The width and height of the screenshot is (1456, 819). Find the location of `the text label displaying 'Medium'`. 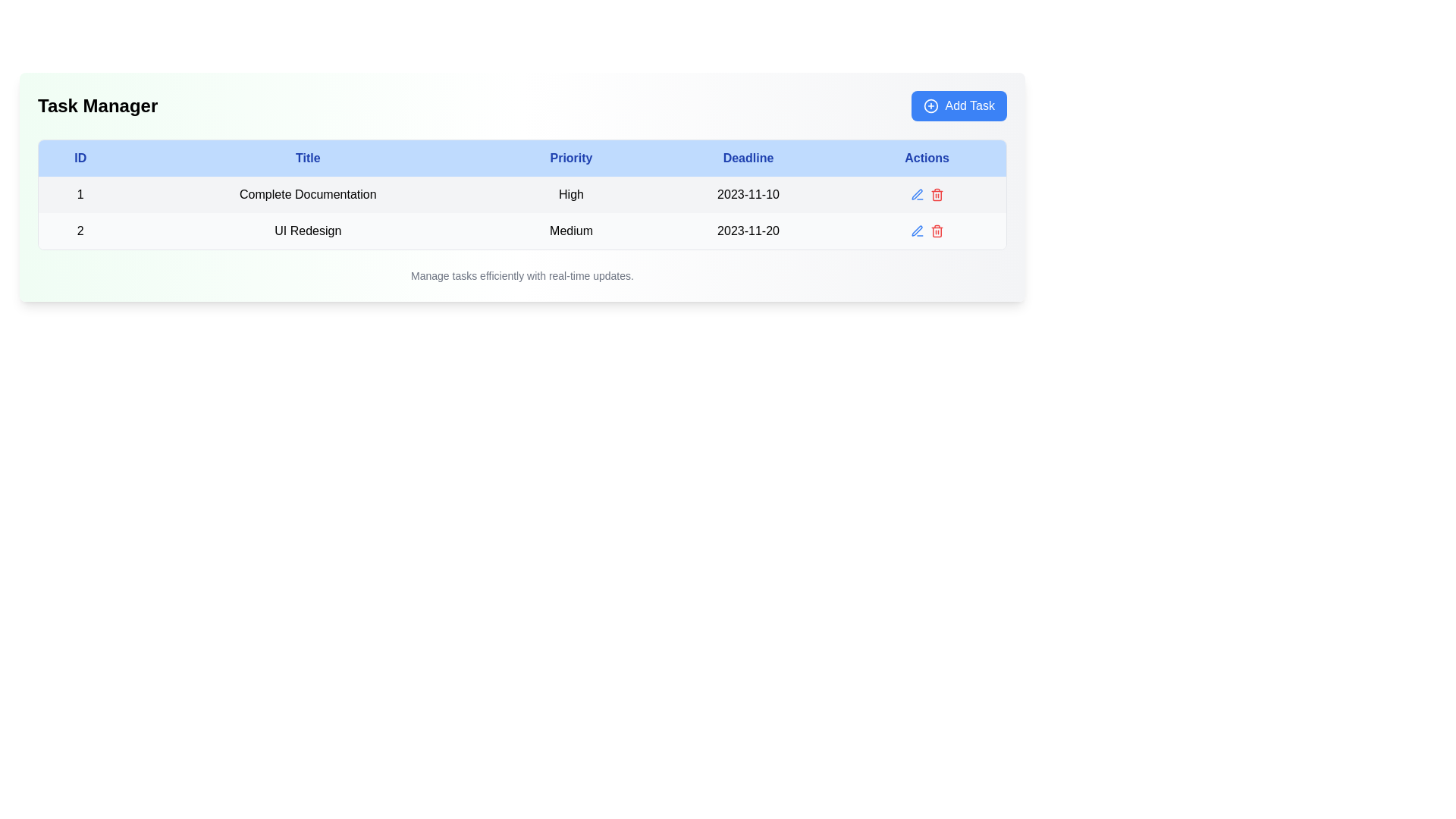

the text label displaying 'Medium' is located at coordinates (570, 231).